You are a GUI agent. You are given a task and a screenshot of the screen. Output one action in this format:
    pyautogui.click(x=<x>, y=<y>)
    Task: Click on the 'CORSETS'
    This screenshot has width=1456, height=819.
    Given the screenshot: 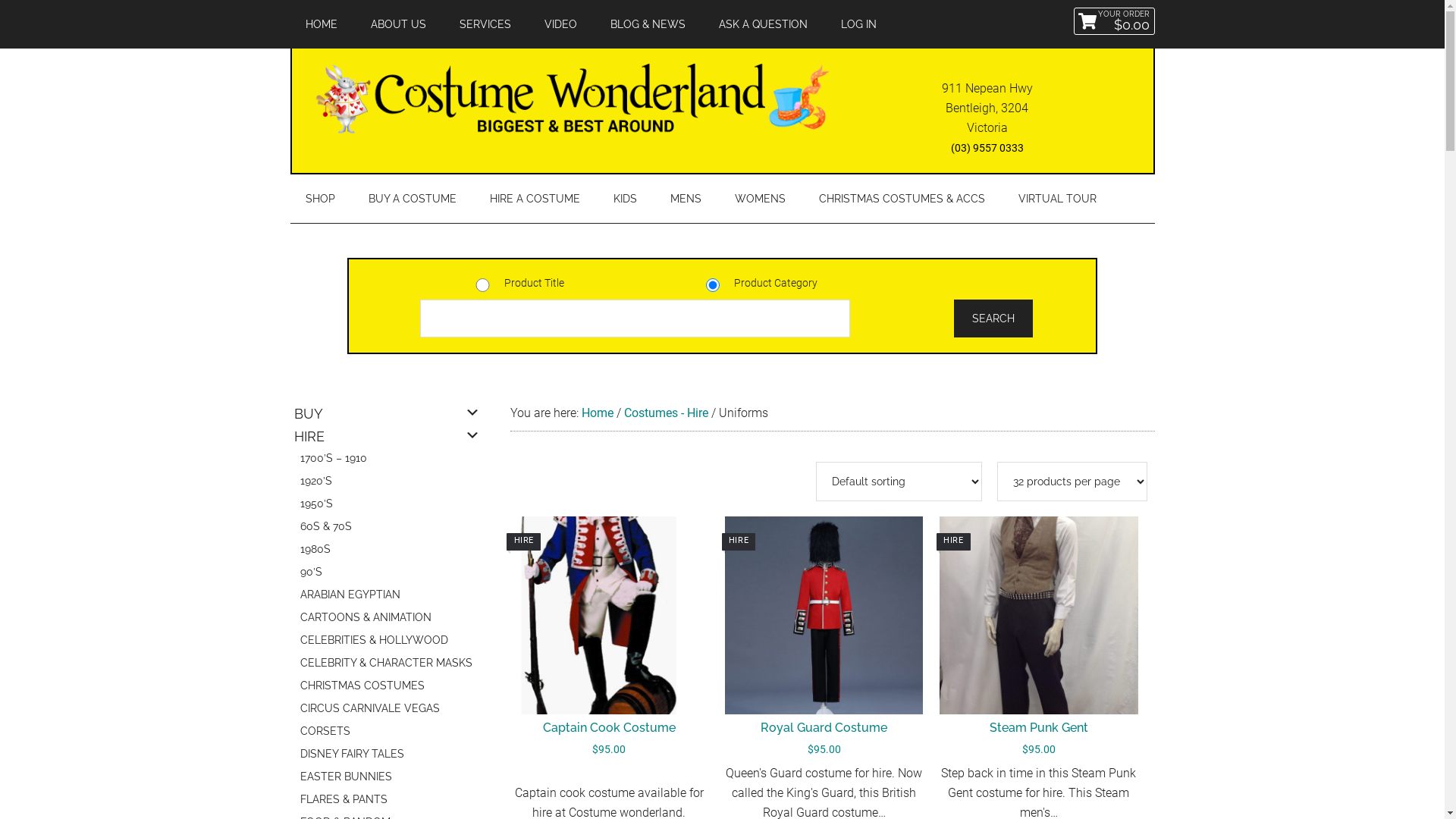 What is the action you would take?
    pyautogui.click(x=295, y=733)
    